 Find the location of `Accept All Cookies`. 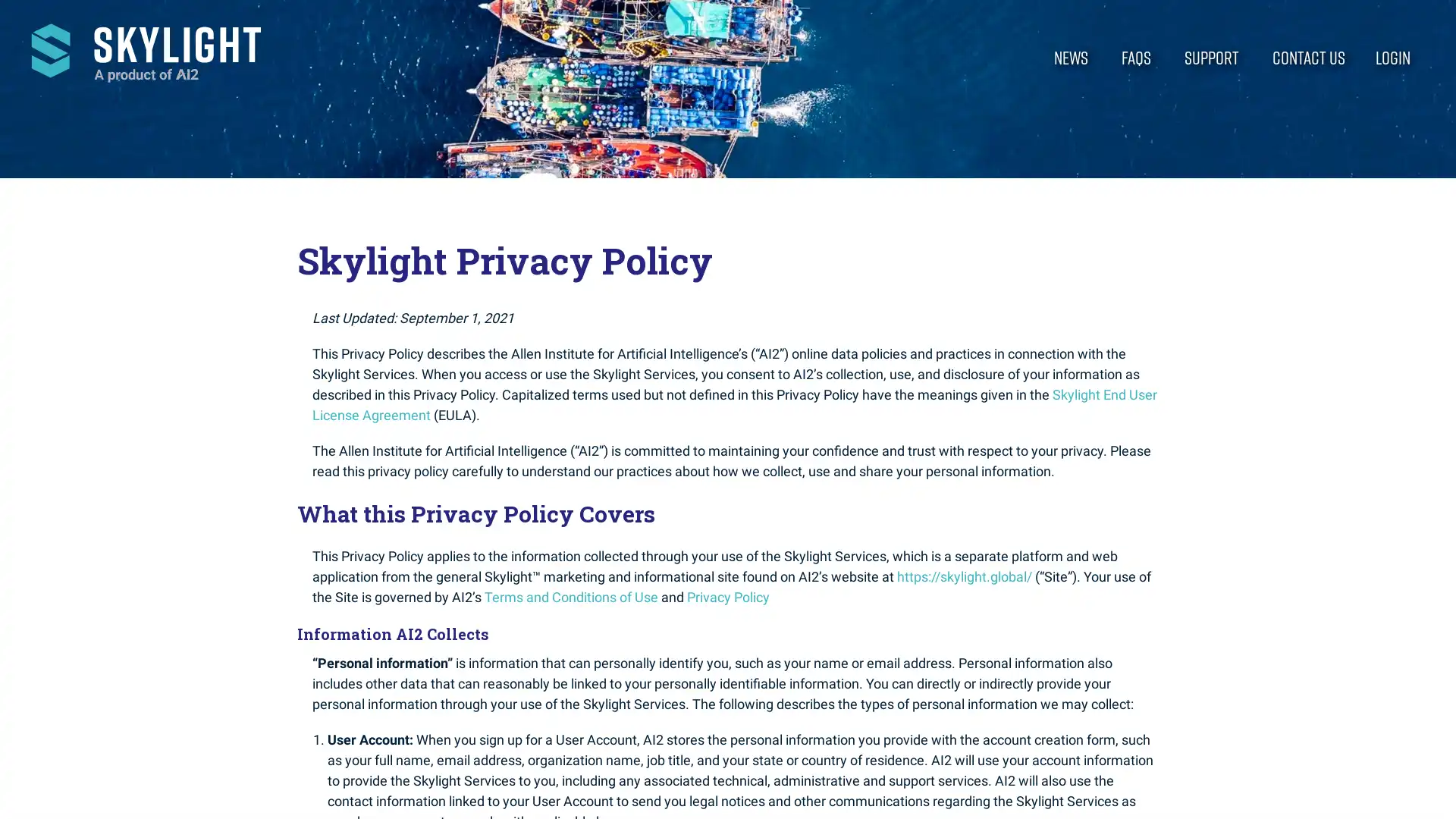

Accept All Cookies is located at coordinates (1169, 786).